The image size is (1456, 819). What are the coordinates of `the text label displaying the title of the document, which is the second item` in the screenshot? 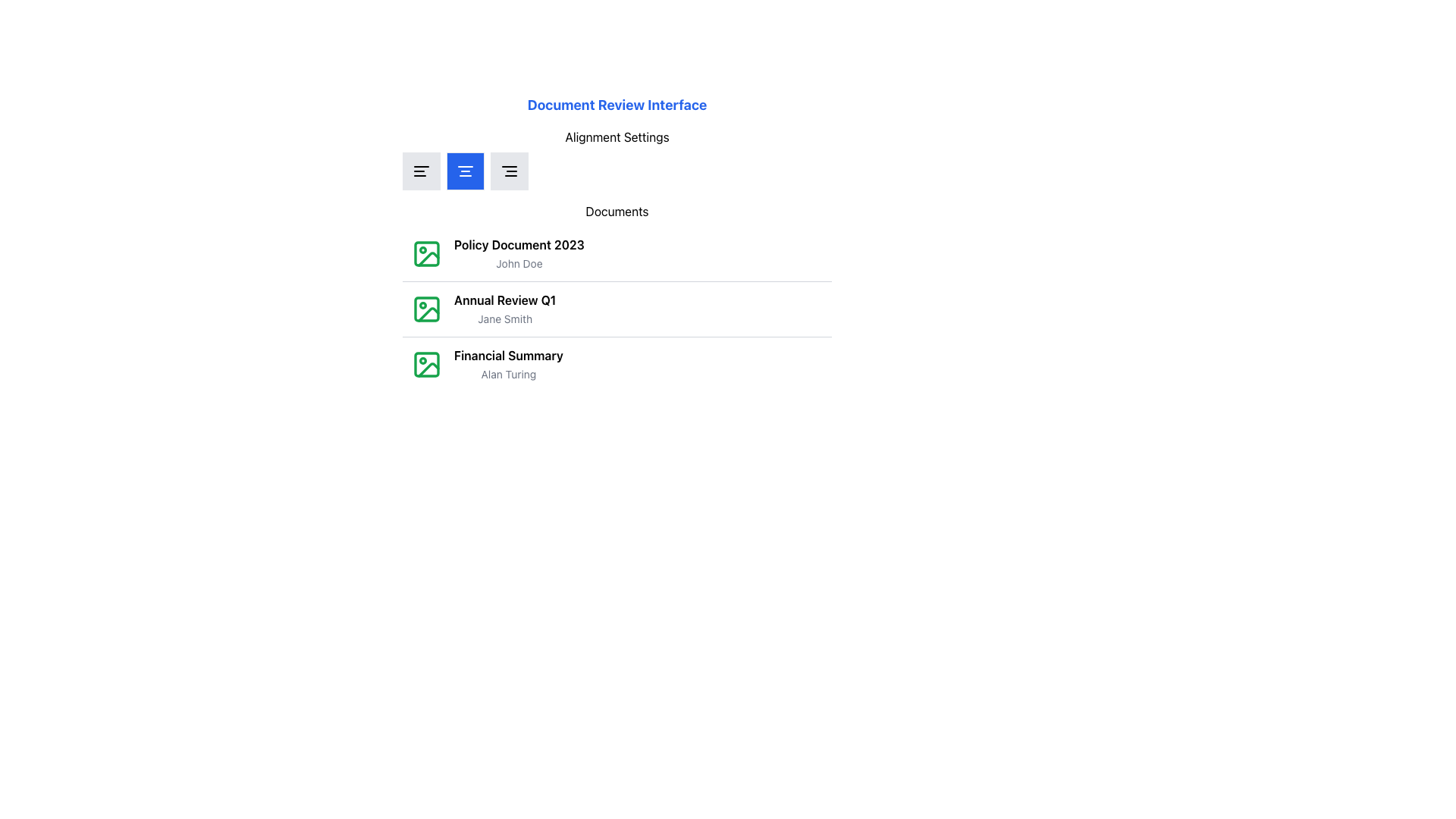 It's located at (505, 300).